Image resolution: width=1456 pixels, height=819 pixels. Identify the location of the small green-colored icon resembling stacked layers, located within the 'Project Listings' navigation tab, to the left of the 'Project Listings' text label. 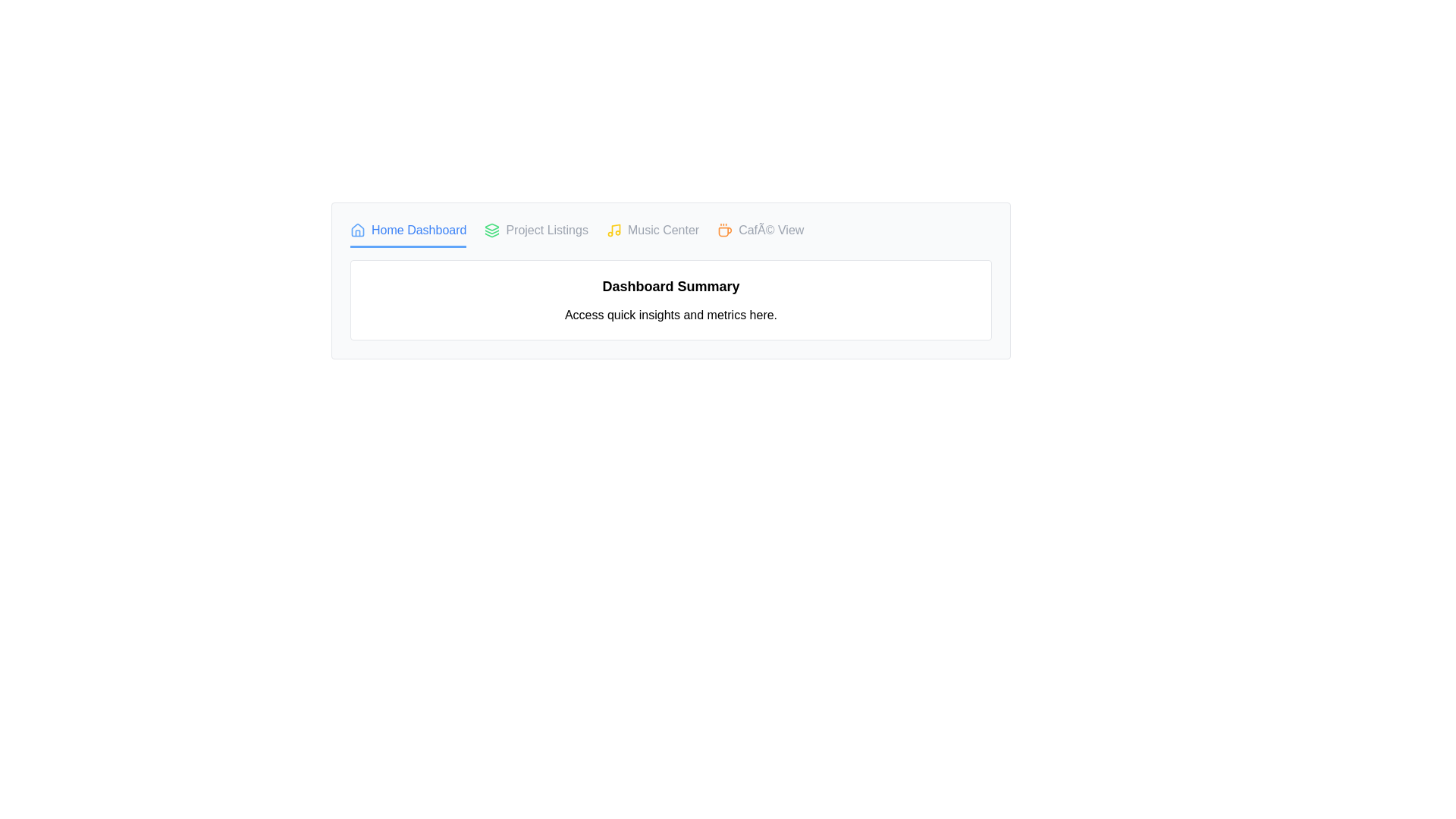
(492, 231).